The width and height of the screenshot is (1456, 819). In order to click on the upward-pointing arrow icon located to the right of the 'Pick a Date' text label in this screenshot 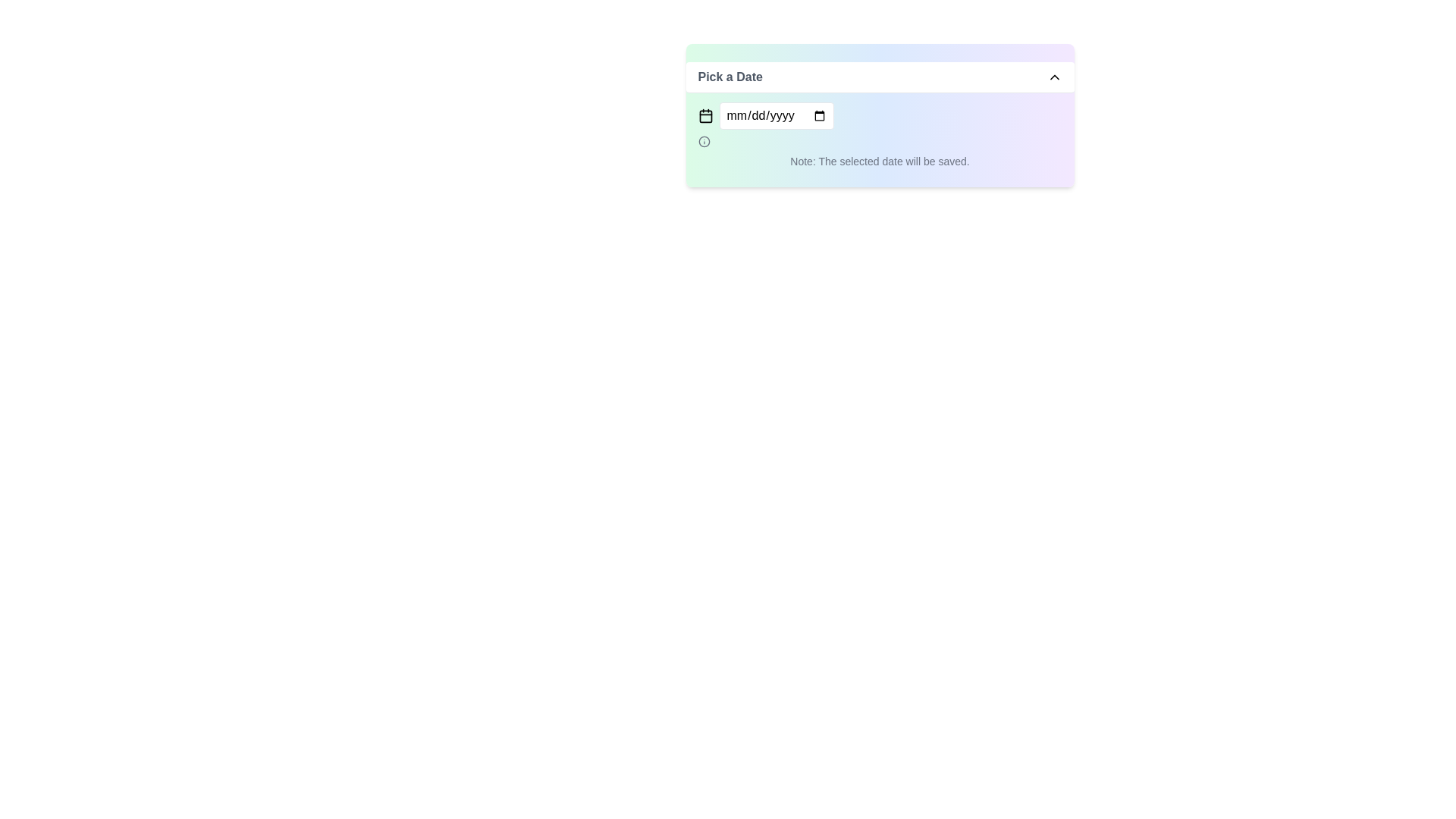, I will do `click(1053, 77)`.